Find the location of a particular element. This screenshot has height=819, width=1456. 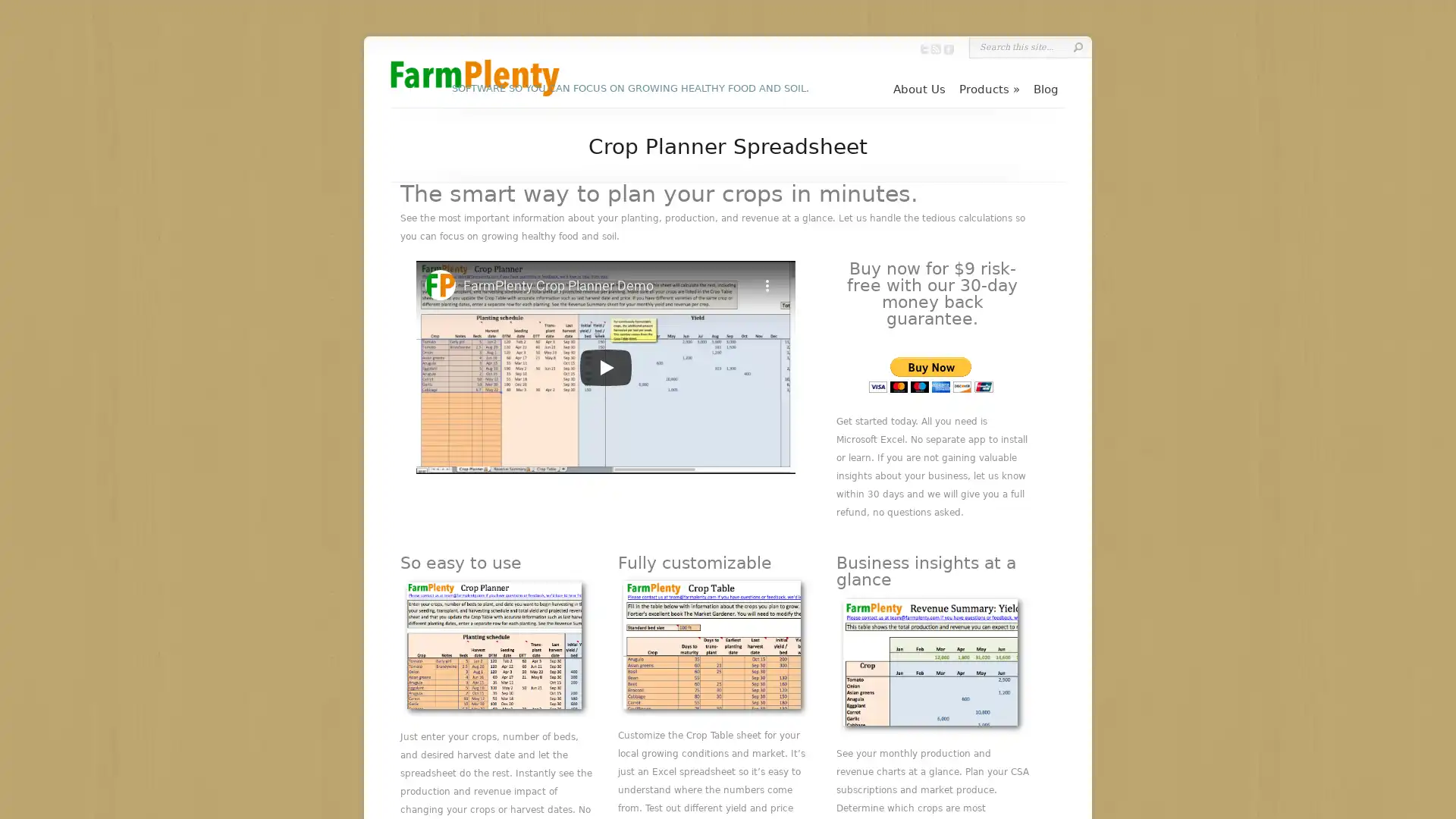

Submit is located at coordinates (1077, 46).